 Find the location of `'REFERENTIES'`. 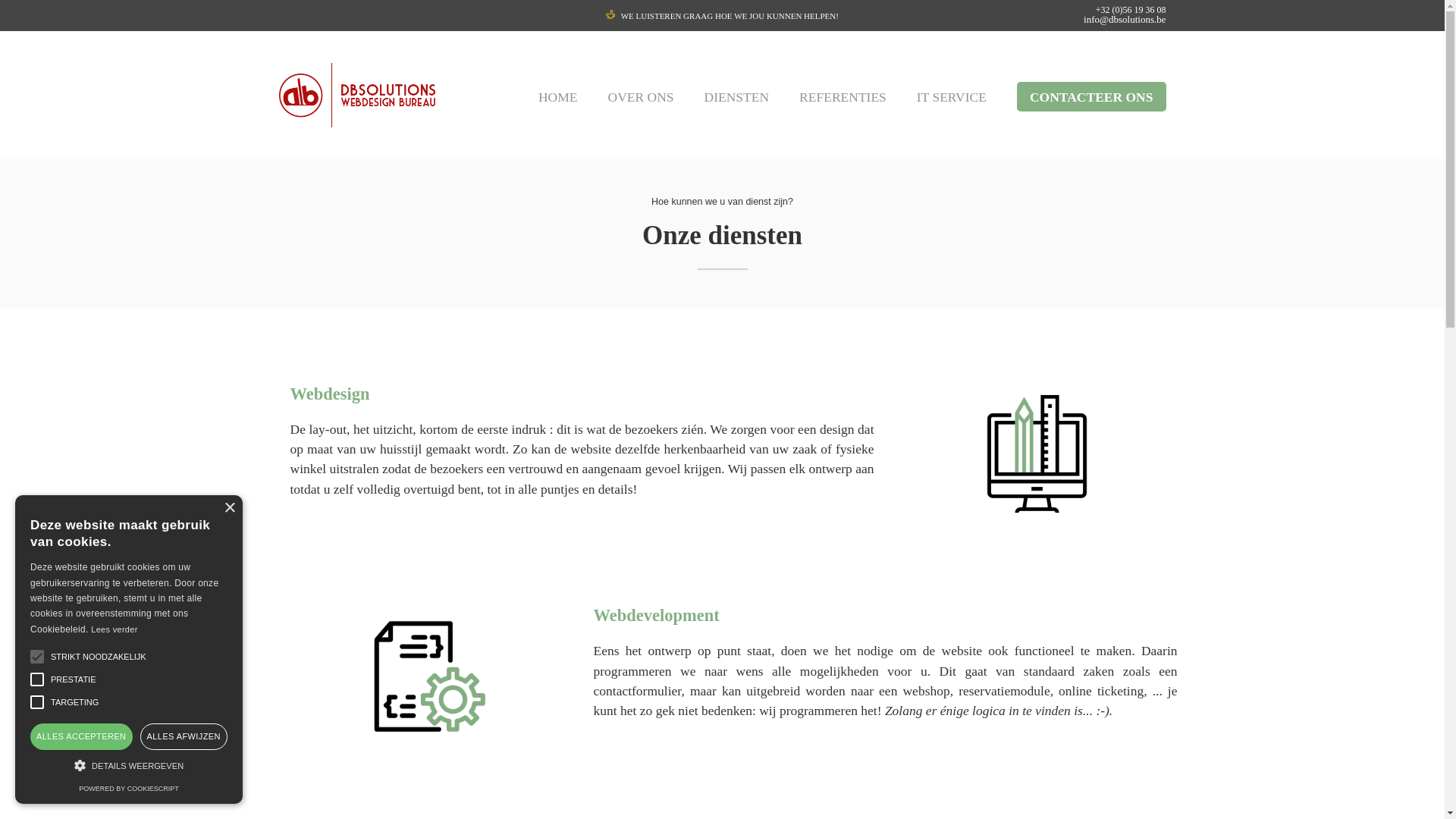

'REFERENTIES' is located at coordinates (799, 96).